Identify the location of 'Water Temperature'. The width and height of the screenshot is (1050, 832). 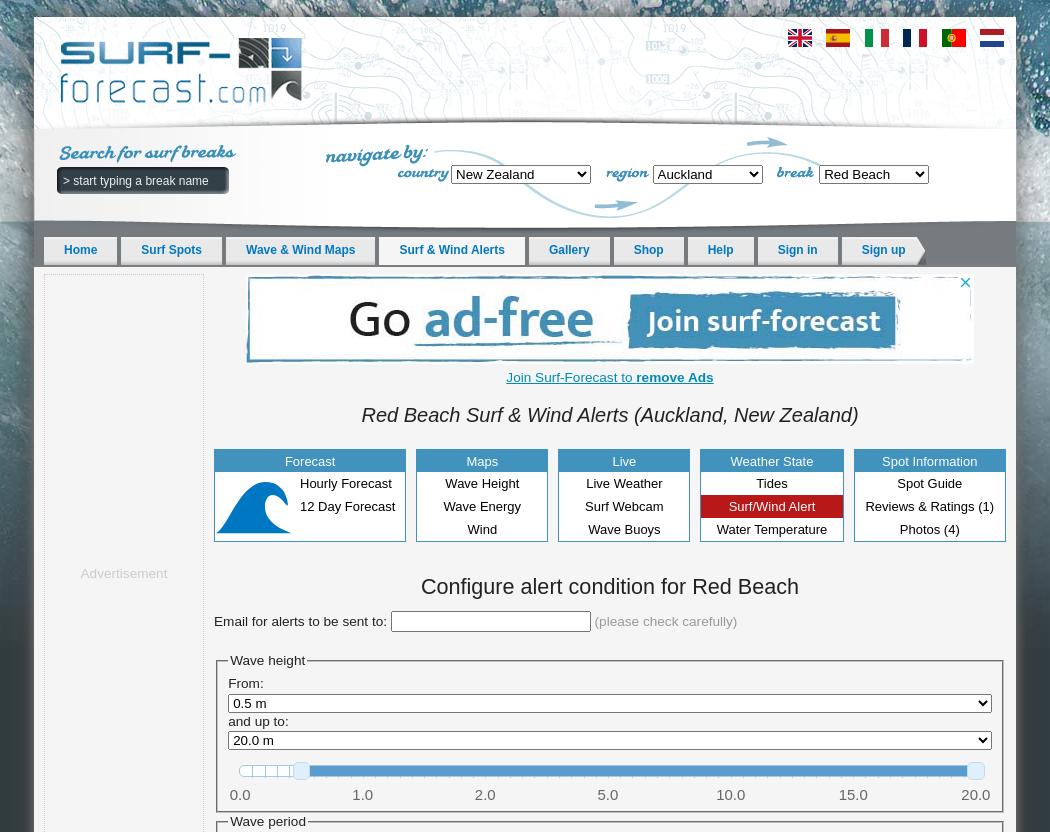
(771, 529).